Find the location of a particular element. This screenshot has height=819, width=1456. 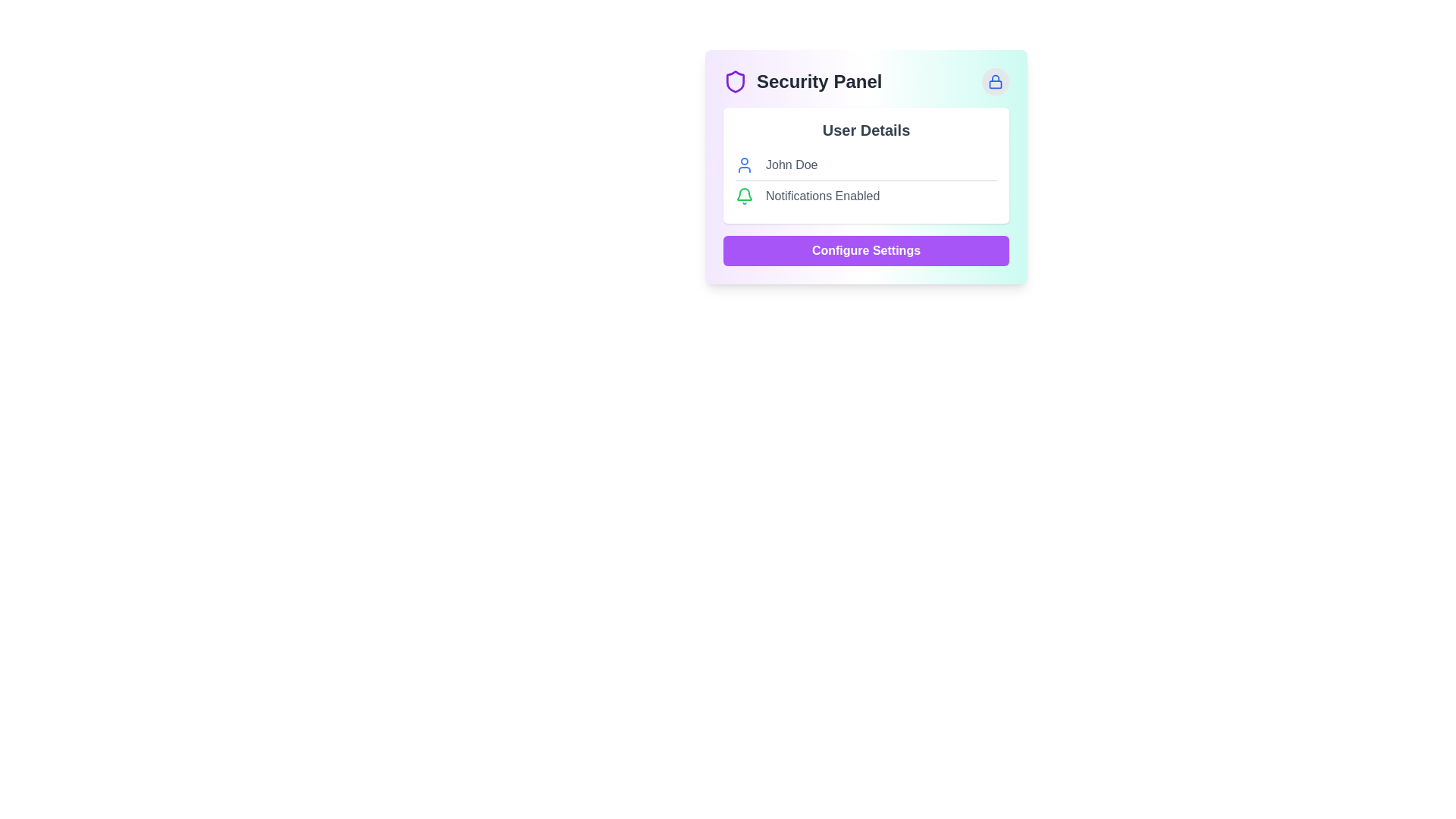

the 'User Details' section within the gradient panel is located at coordinates (866, 167).